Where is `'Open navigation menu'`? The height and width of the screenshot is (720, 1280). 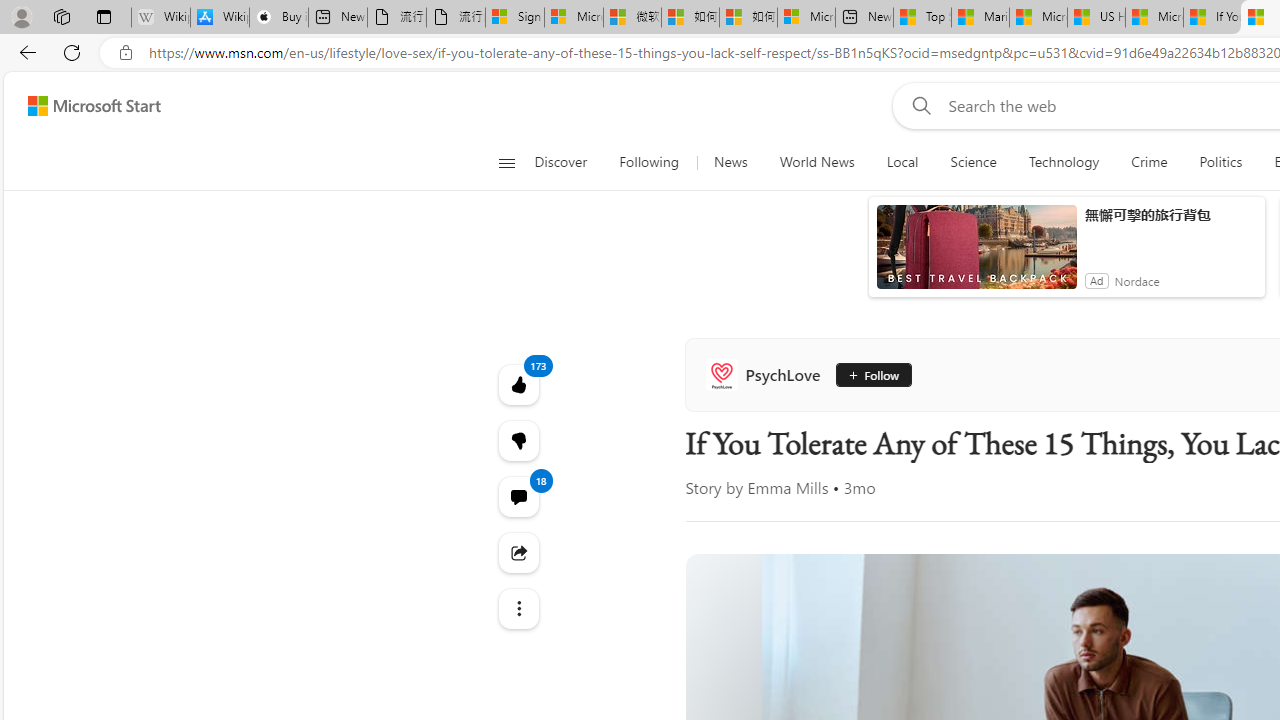 'Open navigation menu' is located at coordinates (506, 162).